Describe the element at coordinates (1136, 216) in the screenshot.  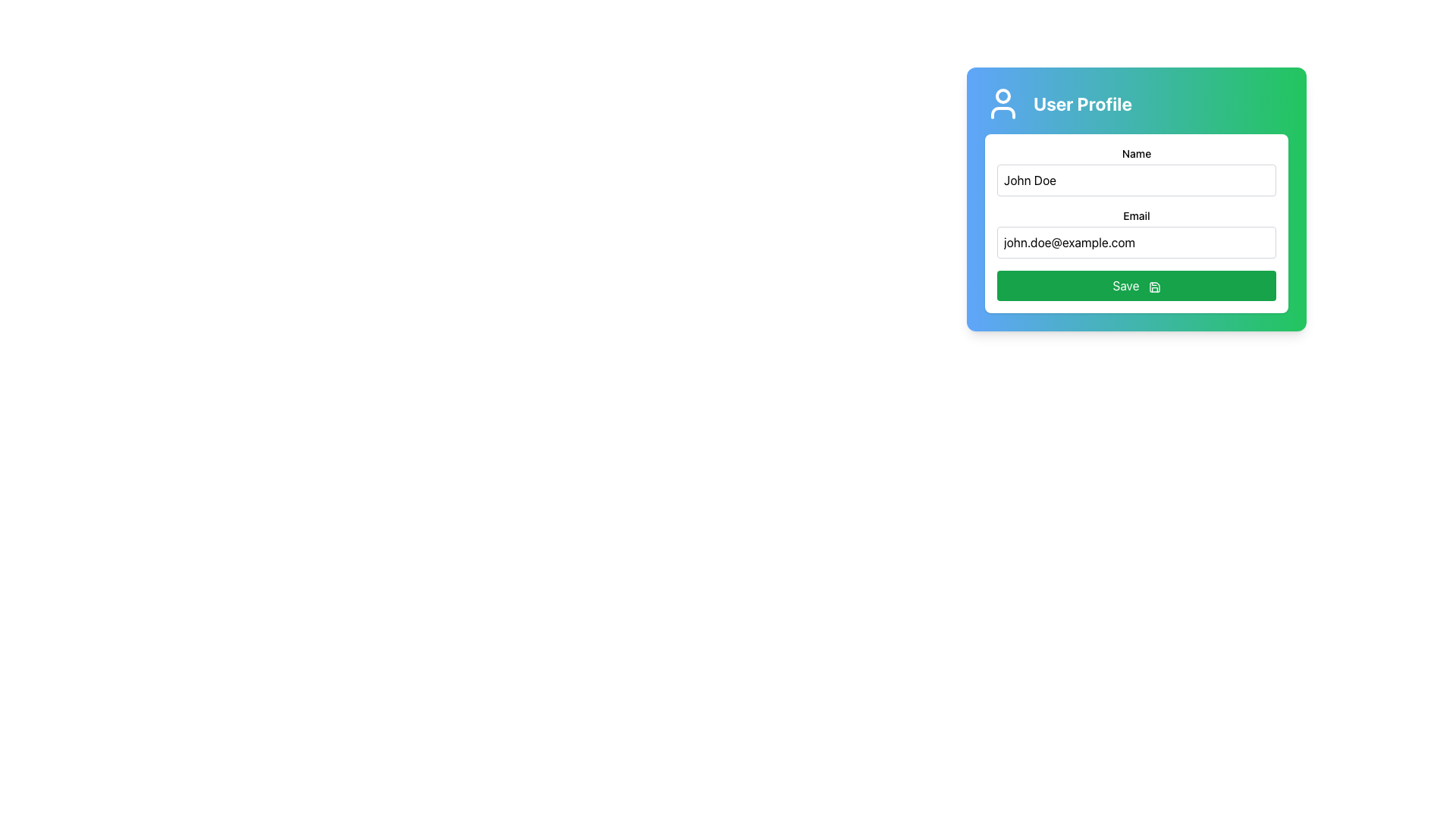
I see `the 'Email' text label, which is styled with a medium font weight and is black, located above the input field in the 'User Profile' form` at that location.